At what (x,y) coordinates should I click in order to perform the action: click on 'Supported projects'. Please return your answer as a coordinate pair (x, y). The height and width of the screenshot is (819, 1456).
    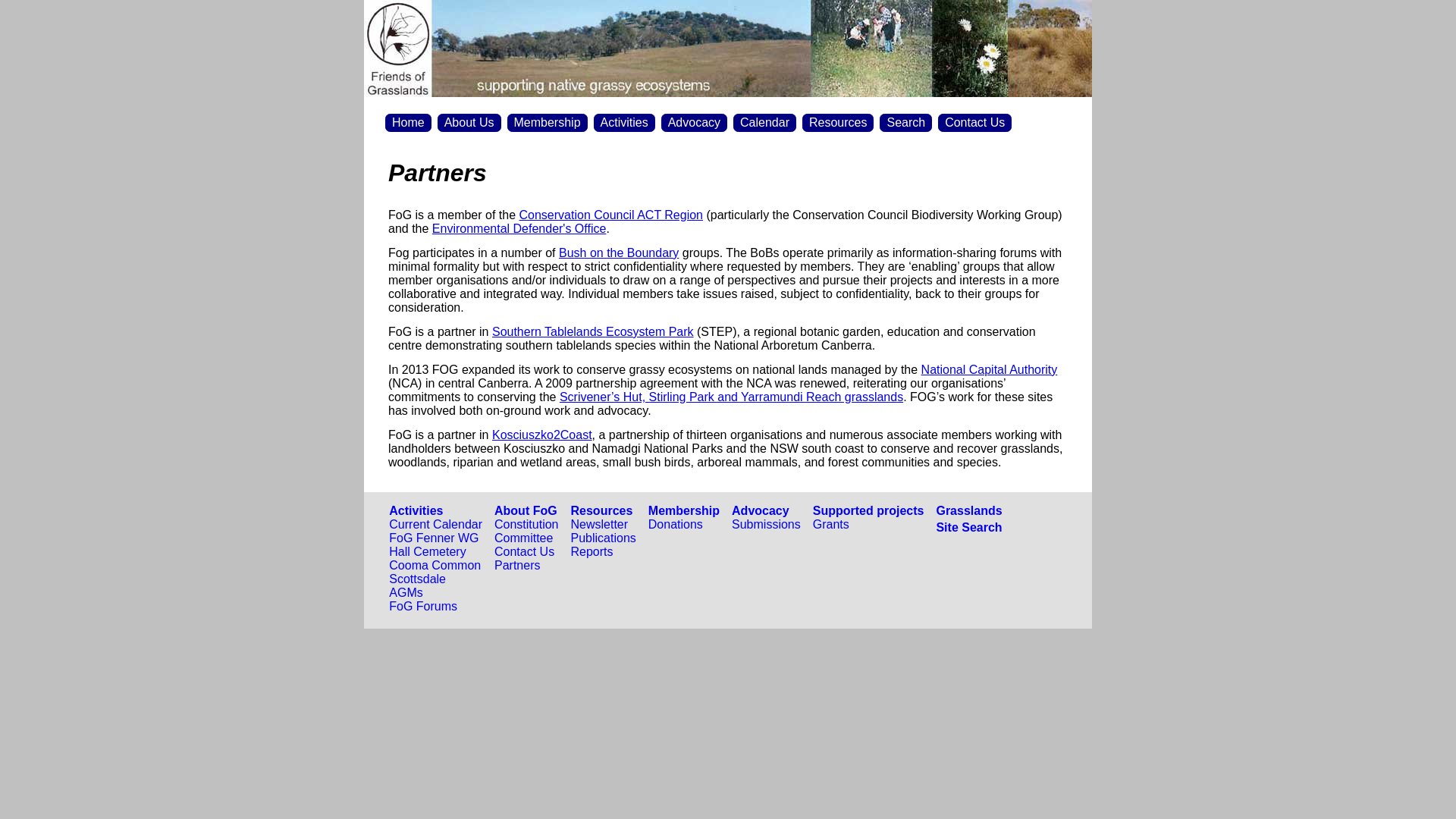
    Looking at the image, I should click on (811, 510).